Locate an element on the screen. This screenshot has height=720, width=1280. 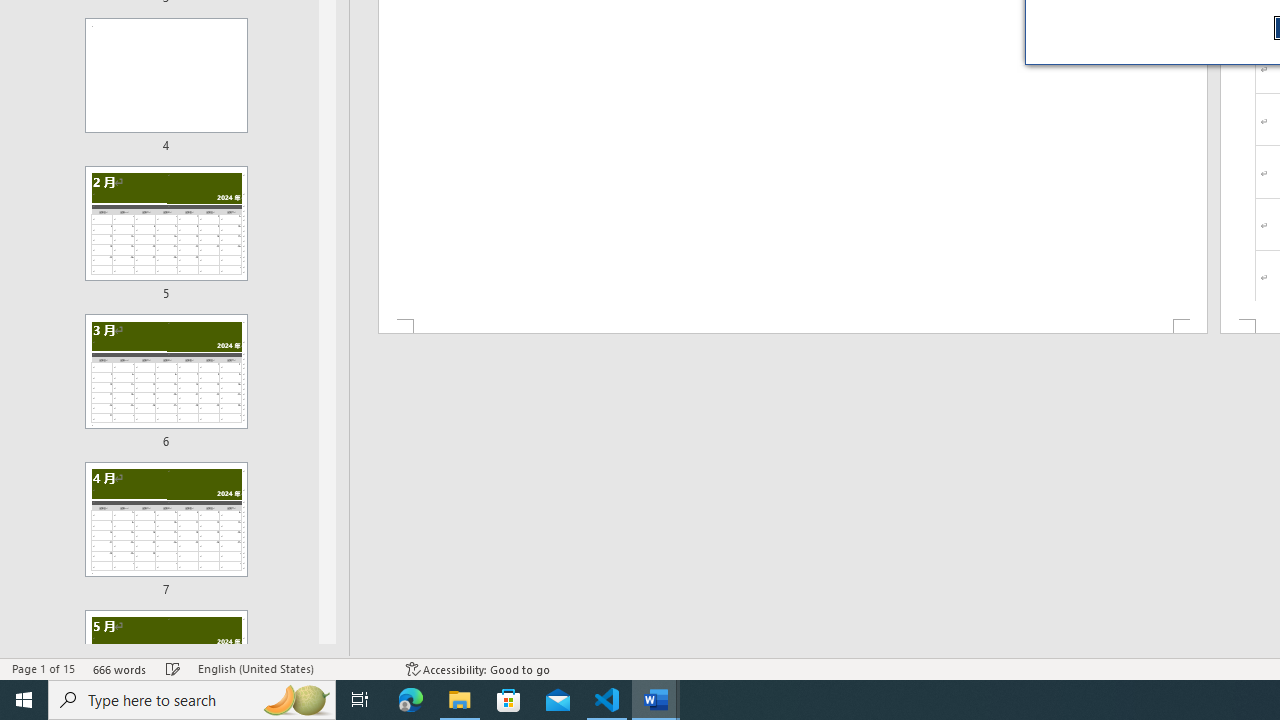
'Microsoft Store' is located at coordinates (509, 698).